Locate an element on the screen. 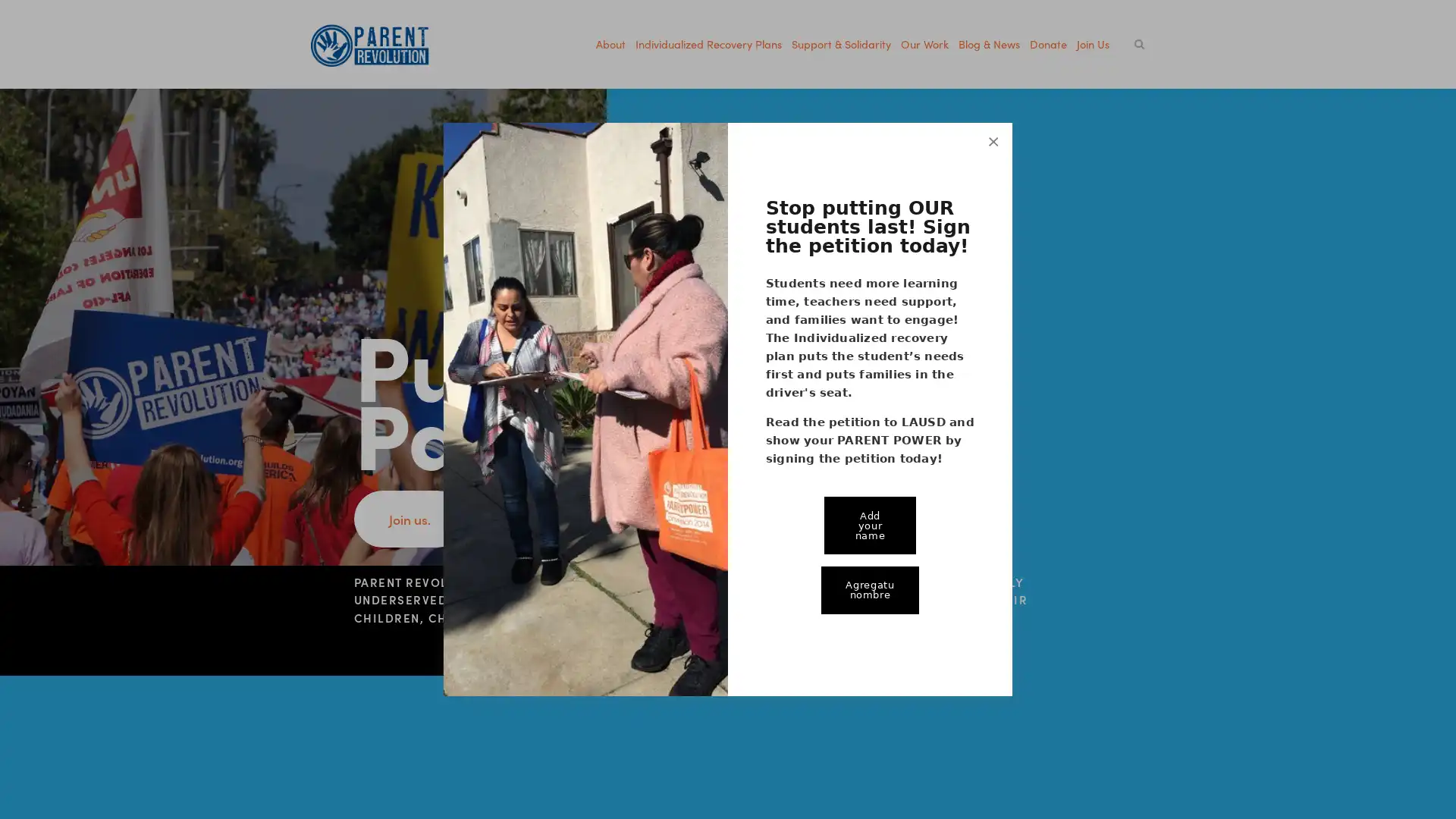 This screenshot has width=1456, height=819. Close is located at coordinates (993, 121).